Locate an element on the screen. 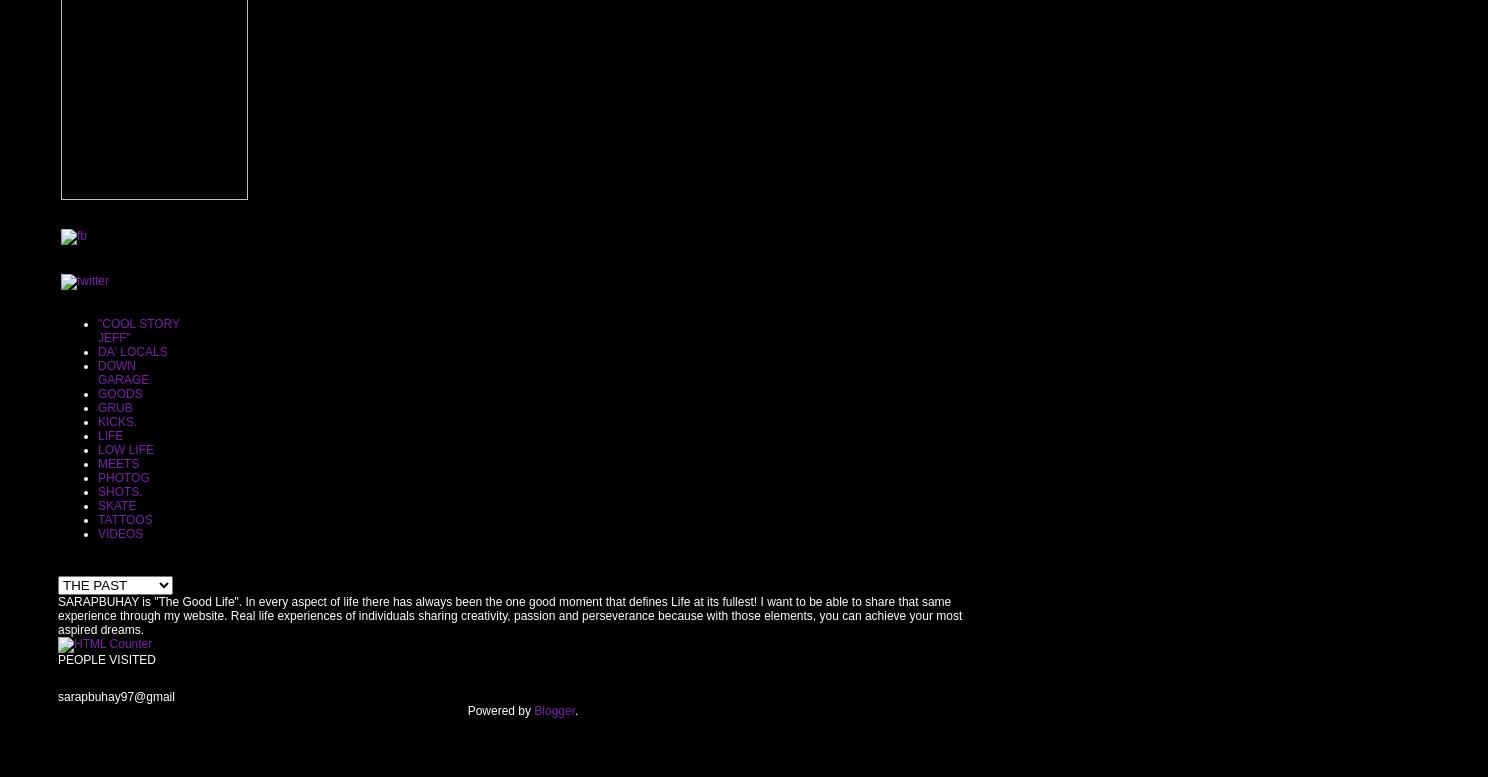 The image size is (1488, 777). 'GOODS' is located at coordinates (97, 392).